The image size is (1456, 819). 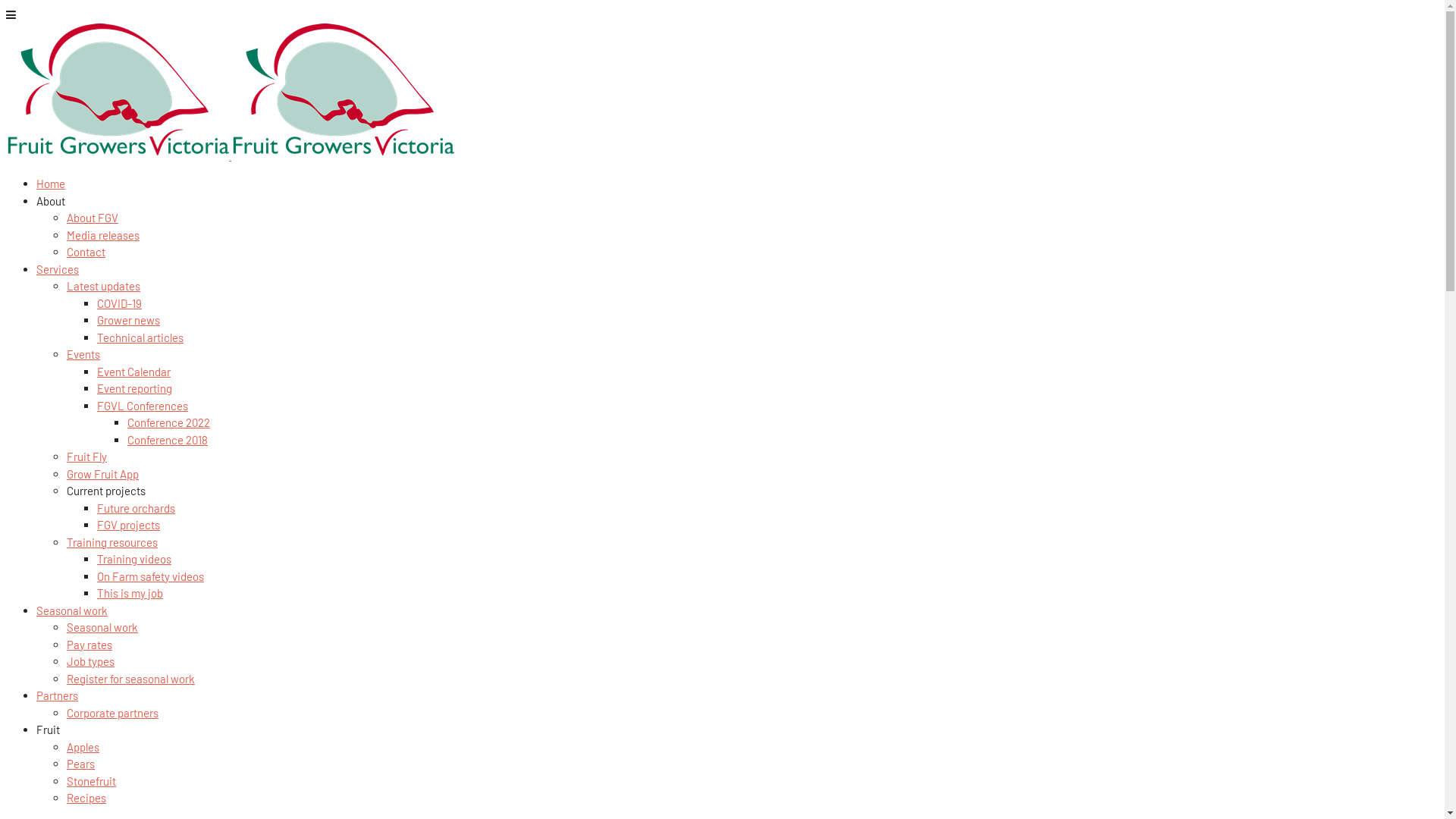 I want to click on 'Pay rates', so click(x=89, y=643).